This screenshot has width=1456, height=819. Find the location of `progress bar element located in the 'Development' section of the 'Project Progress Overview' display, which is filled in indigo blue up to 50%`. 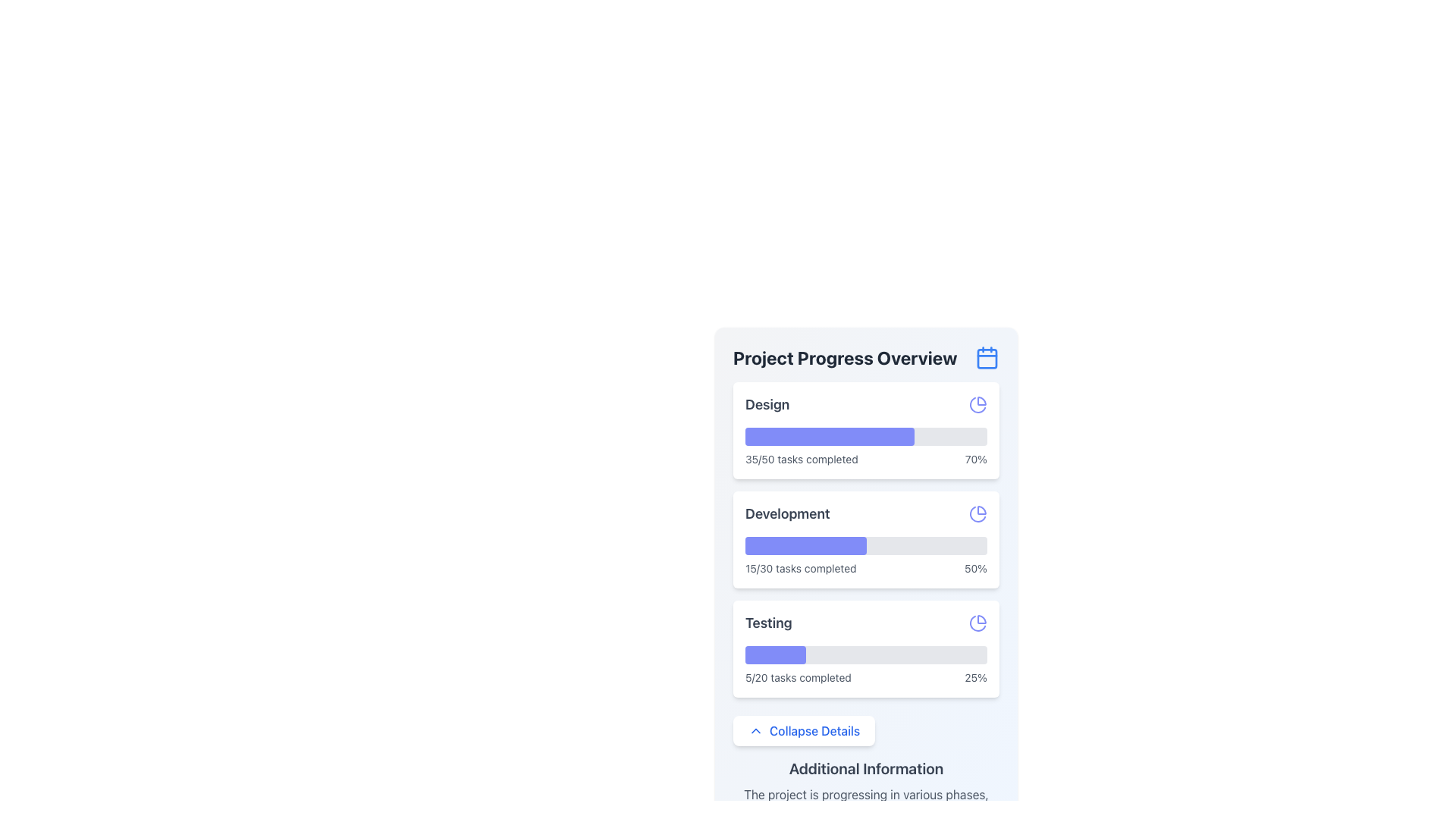

progress bar element located in the 'Development' section of the 'Project Progress Overview' display, which is filled in indigo blue up to 50% is located at coordinates (866, 546).